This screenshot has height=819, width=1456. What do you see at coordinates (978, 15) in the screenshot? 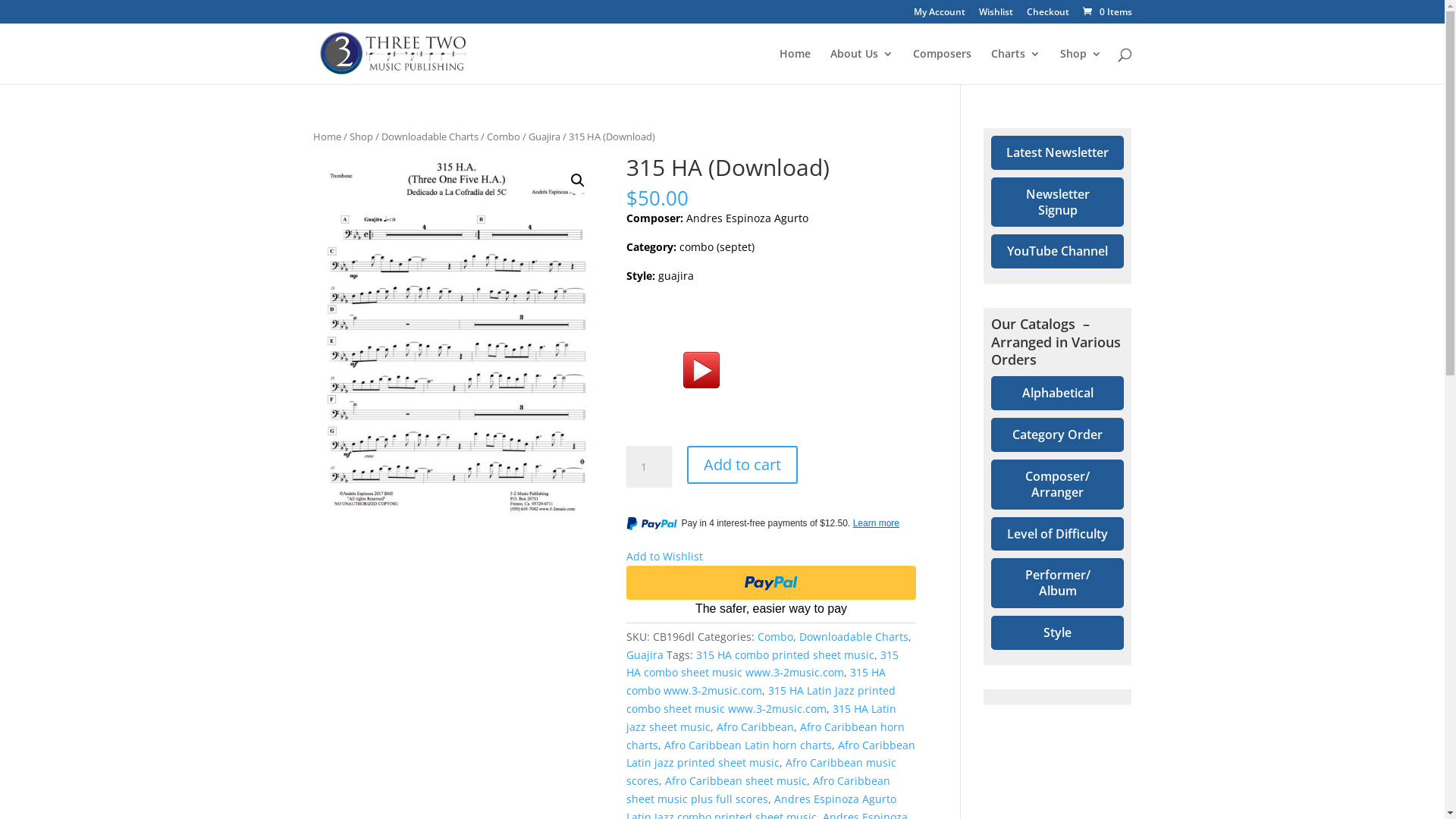
I see `'Wishlist'` at bounding box center [978, 15].